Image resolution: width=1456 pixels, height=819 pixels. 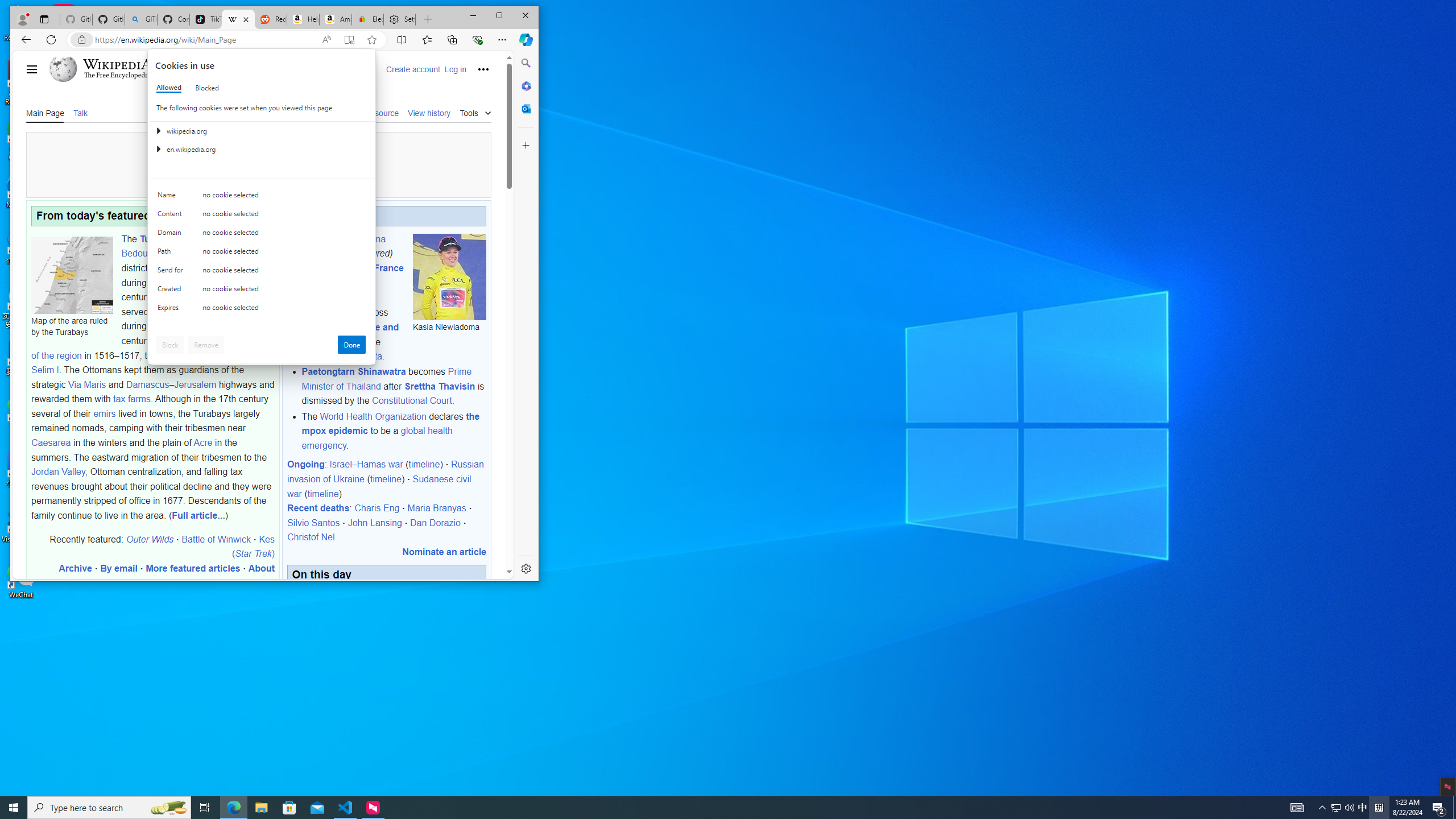 I want to click on 'User Promoted Notification Area', so click(x=1342, y=806).